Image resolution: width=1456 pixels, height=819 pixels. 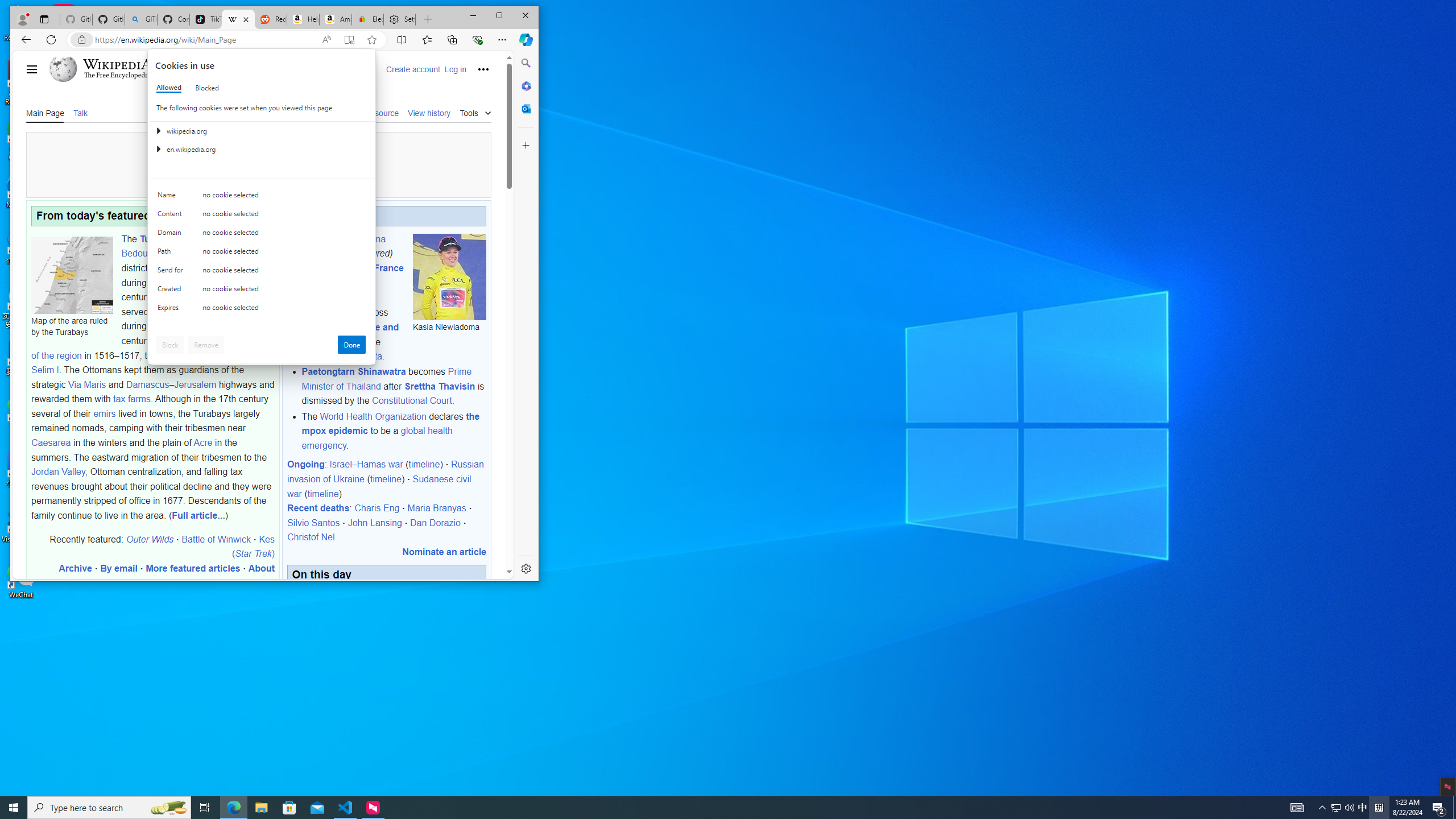 I want to click on 'User Promoted Notification Area', so click(x=1342, y=806).